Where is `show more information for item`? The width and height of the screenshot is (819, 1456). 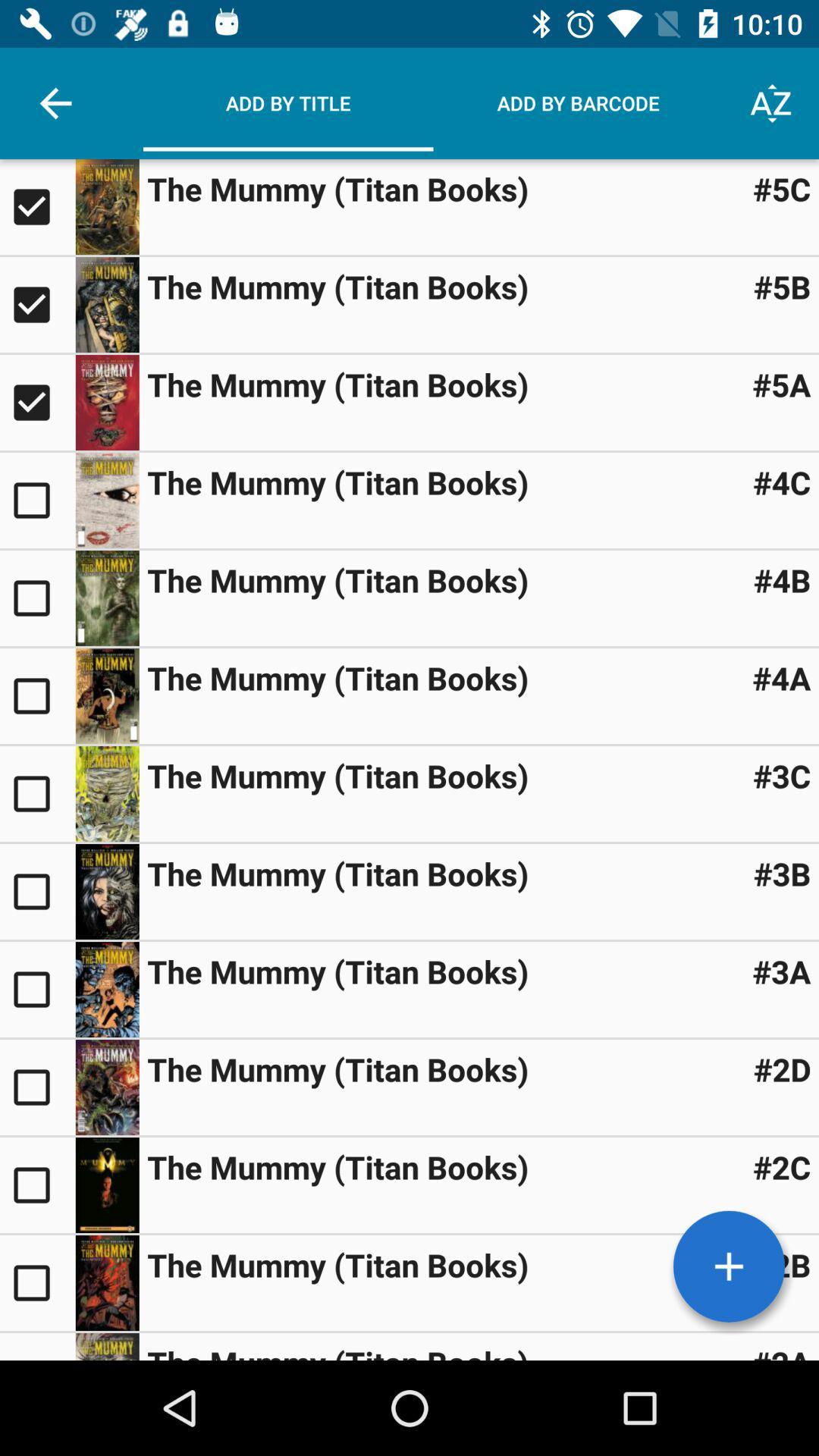
show more information for item is located at coordinates (106, 597).